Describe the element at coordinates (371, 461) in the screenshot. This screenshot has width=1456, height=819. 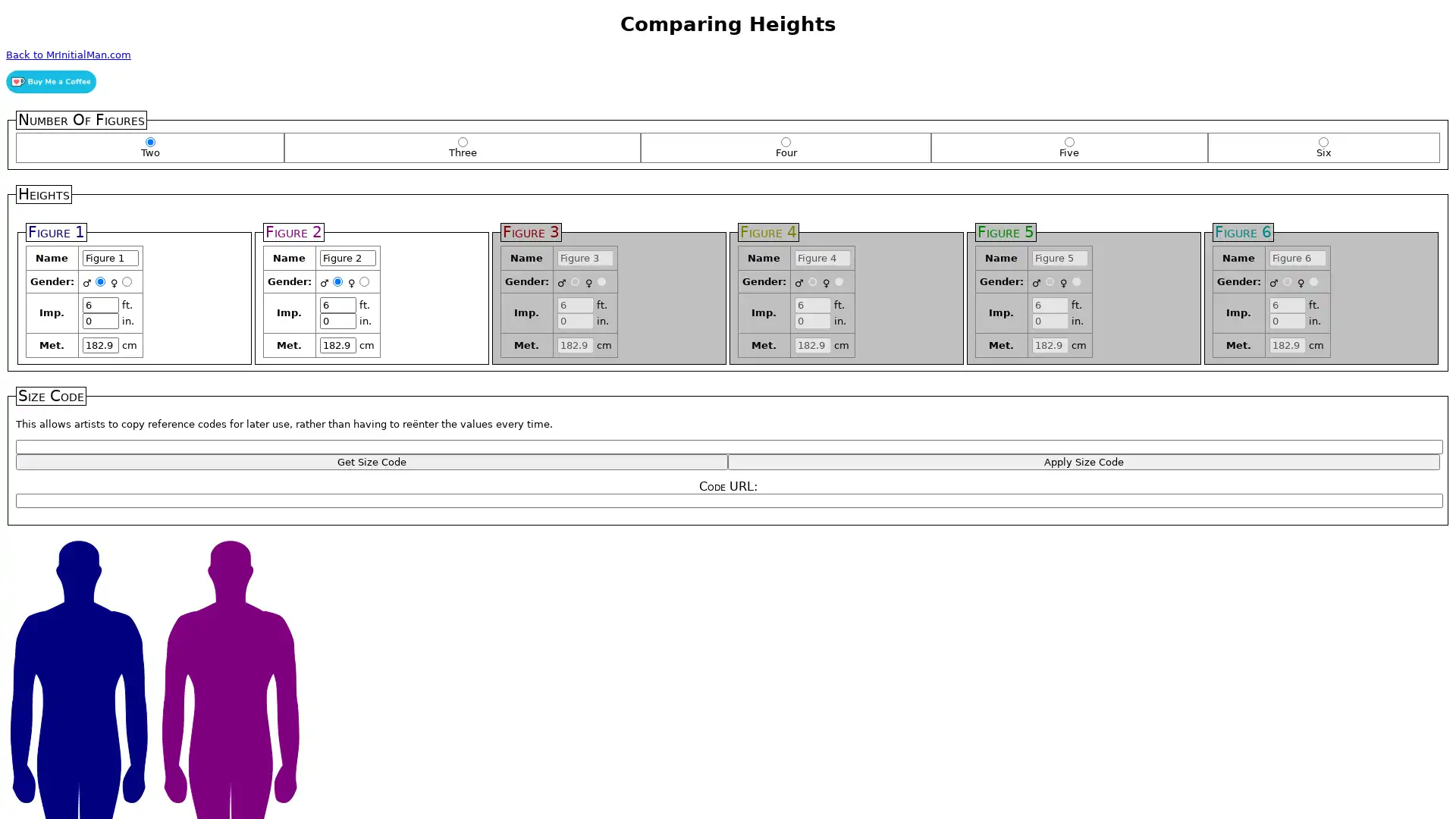
I see `Get Size Code` at that location.